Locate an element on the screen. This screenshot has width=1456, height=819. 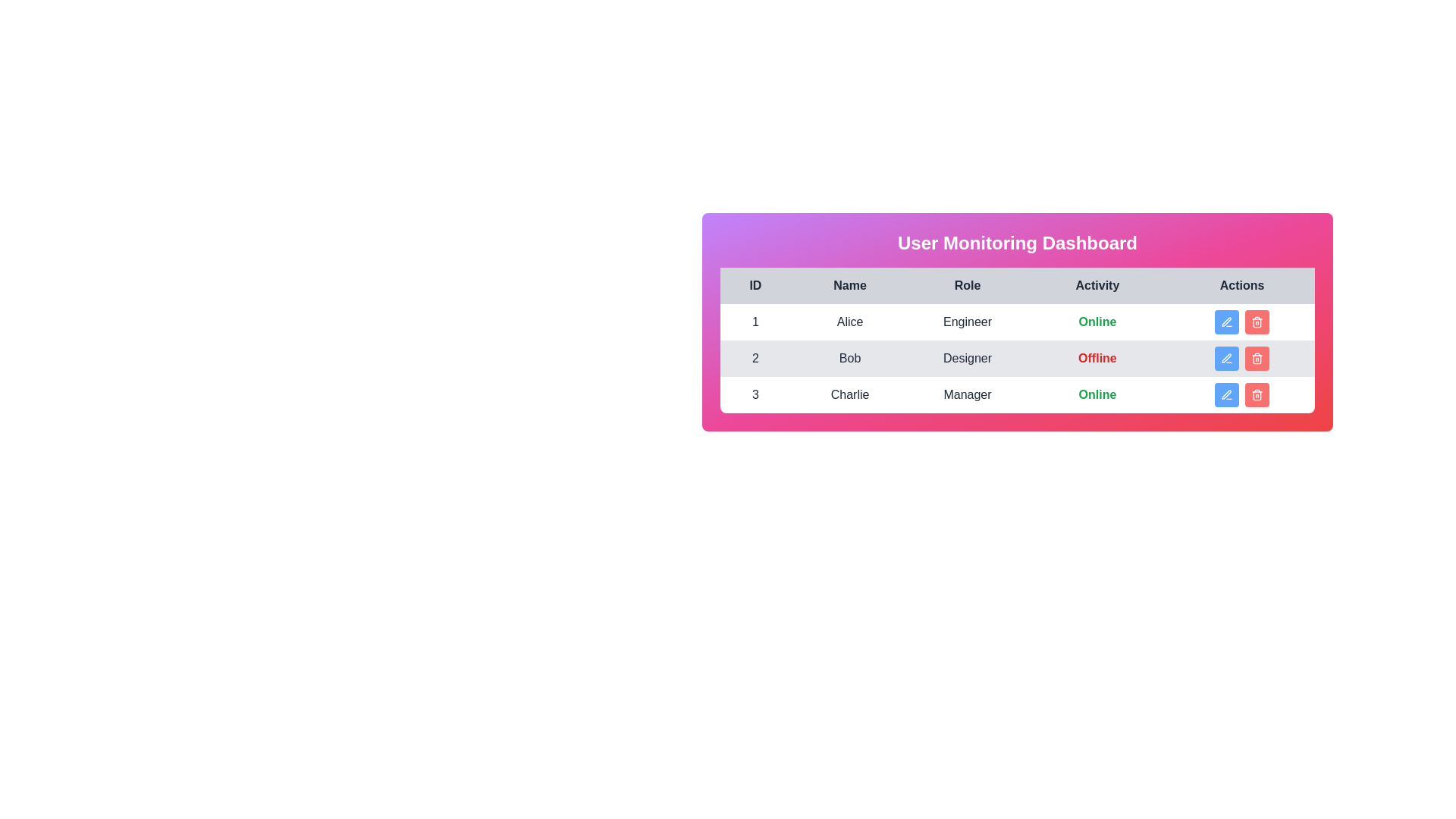
the column header labeled 'Activity' to sort the table by that column is located at coordinates (1097, 286).